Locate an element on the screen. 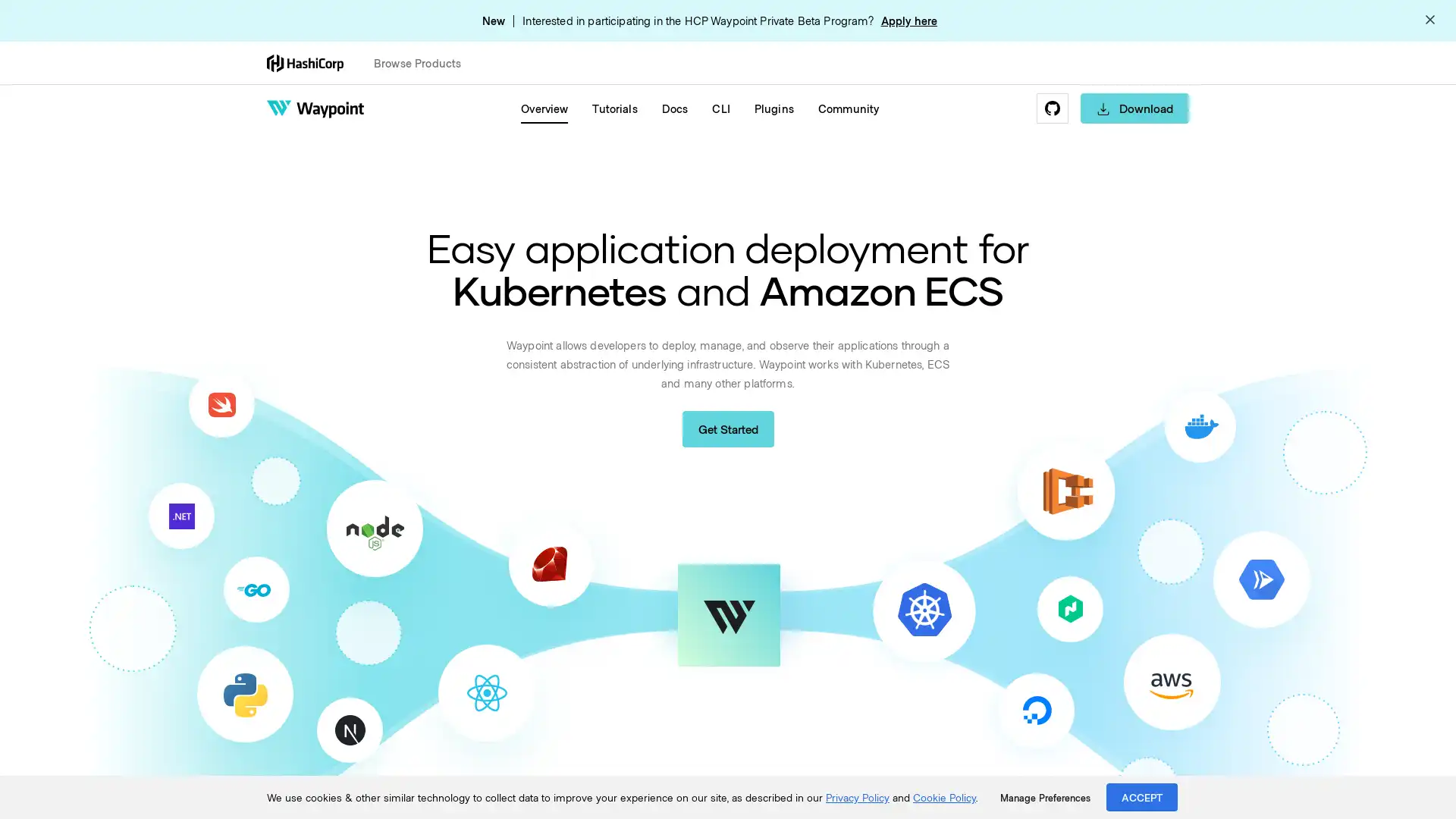  Browse Products Open this menu is located at coordinates (424, 62).